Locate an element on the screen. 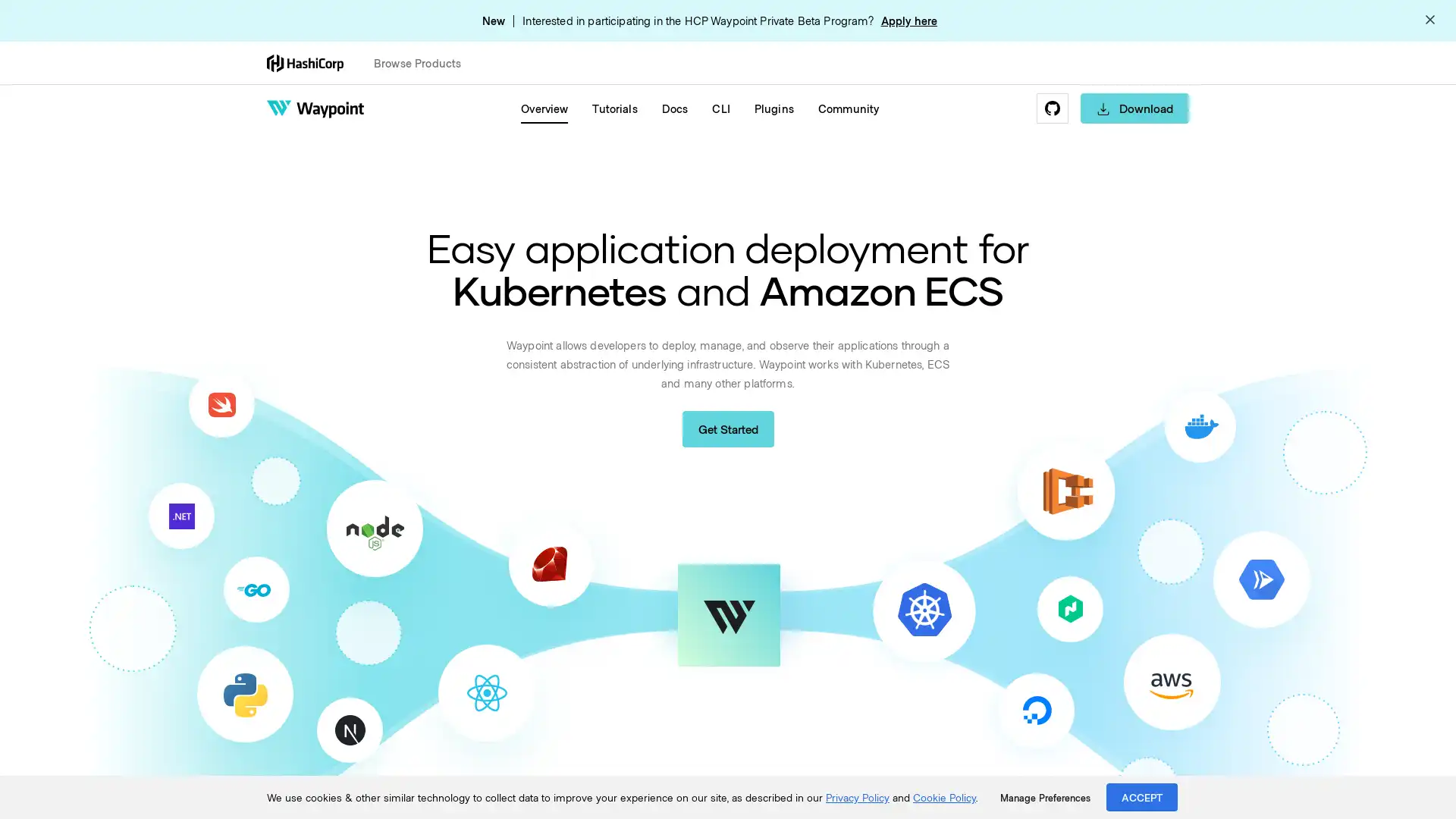  Browse Products Open this menu is located at coordinates (424, 62).